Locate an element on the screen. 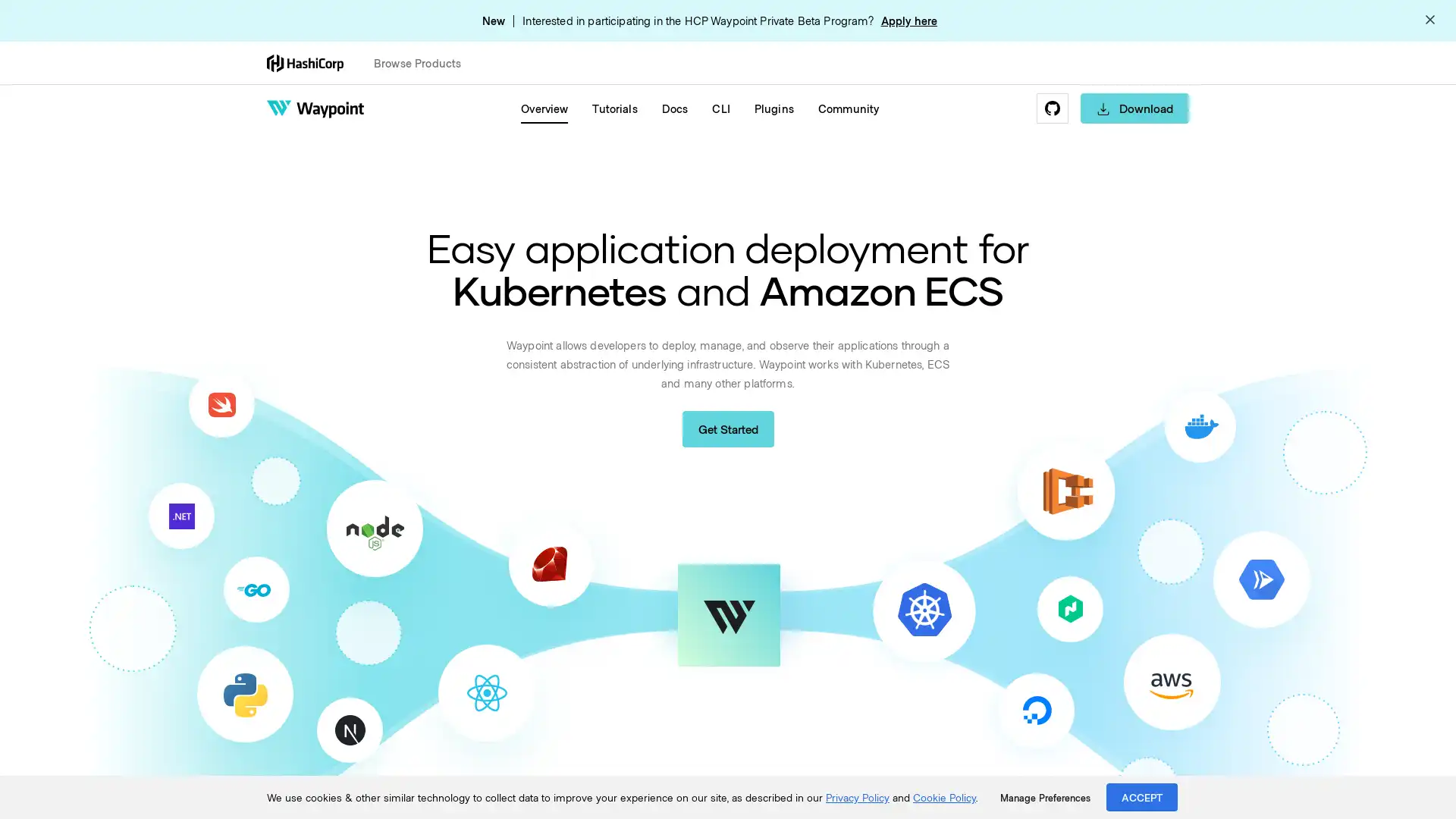  Browse Products Open this menu is located at coordinates (424, 62).